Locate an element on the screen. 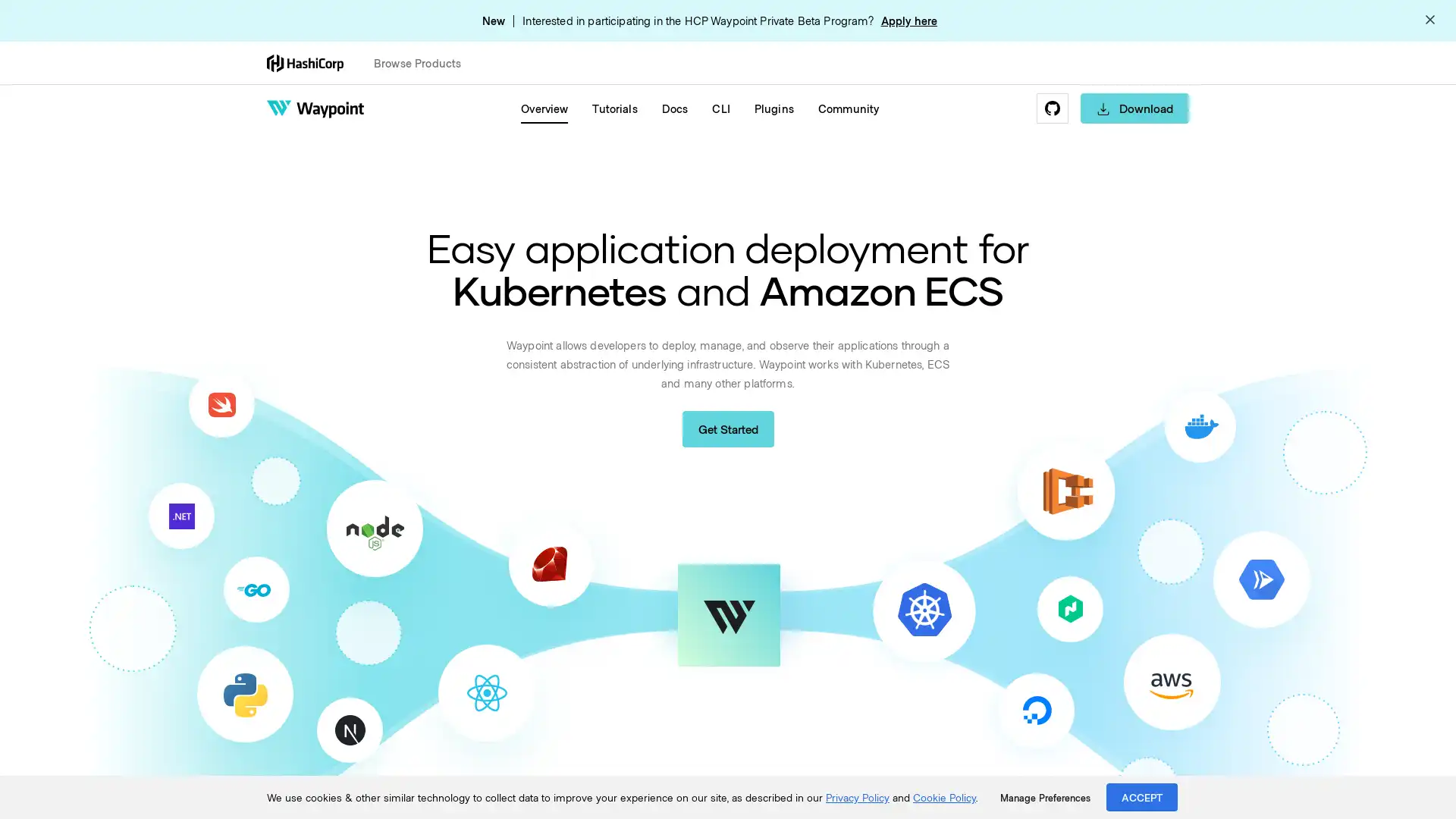  Browse Products Open this menu is located at coordinates (424, 62).